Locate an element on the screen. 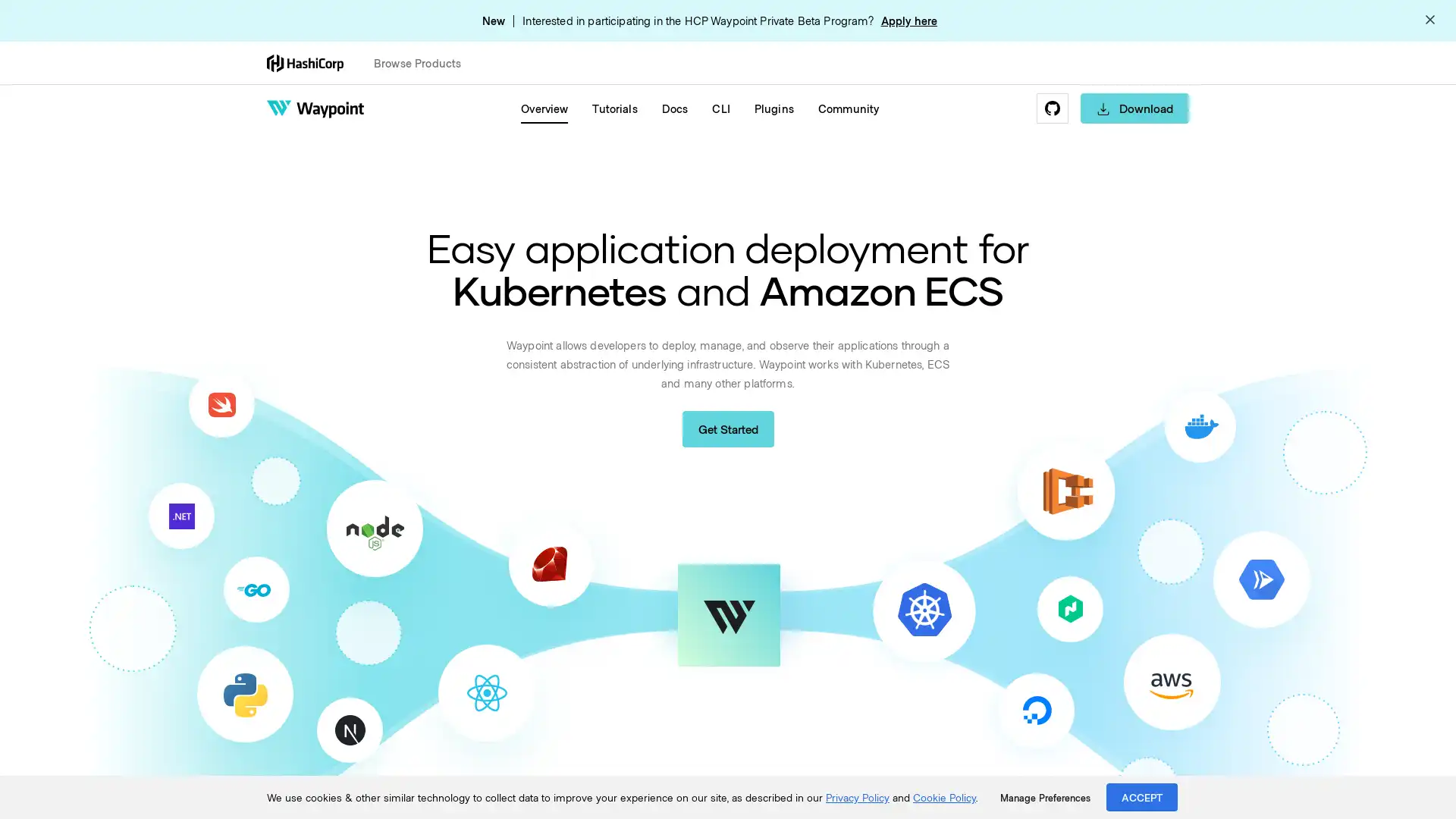  Browse Products Open this menu is located at coordinates (424, 62).